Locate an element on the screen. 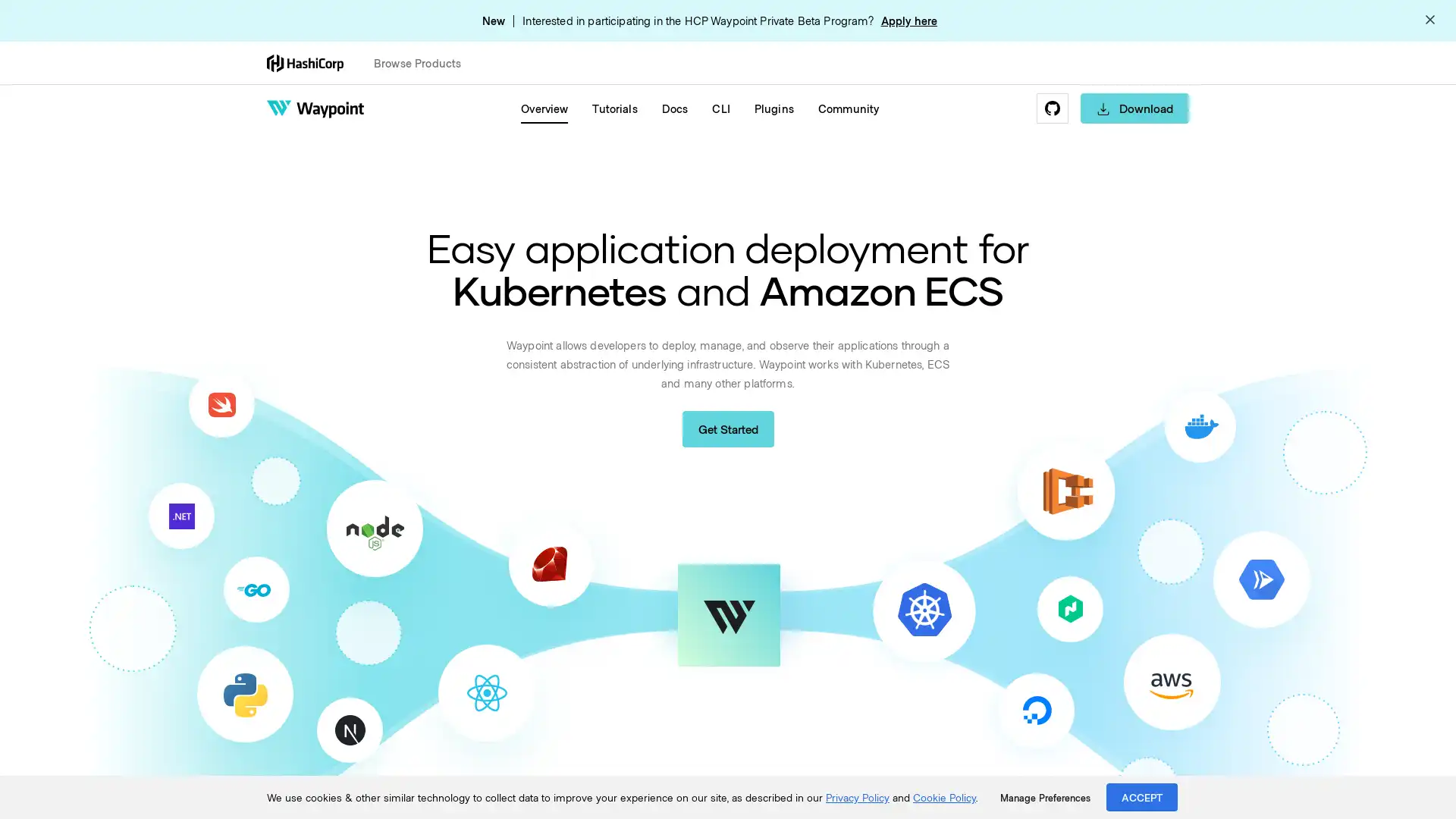  Browse Products Open this menu is located at coordinates (424, 62).